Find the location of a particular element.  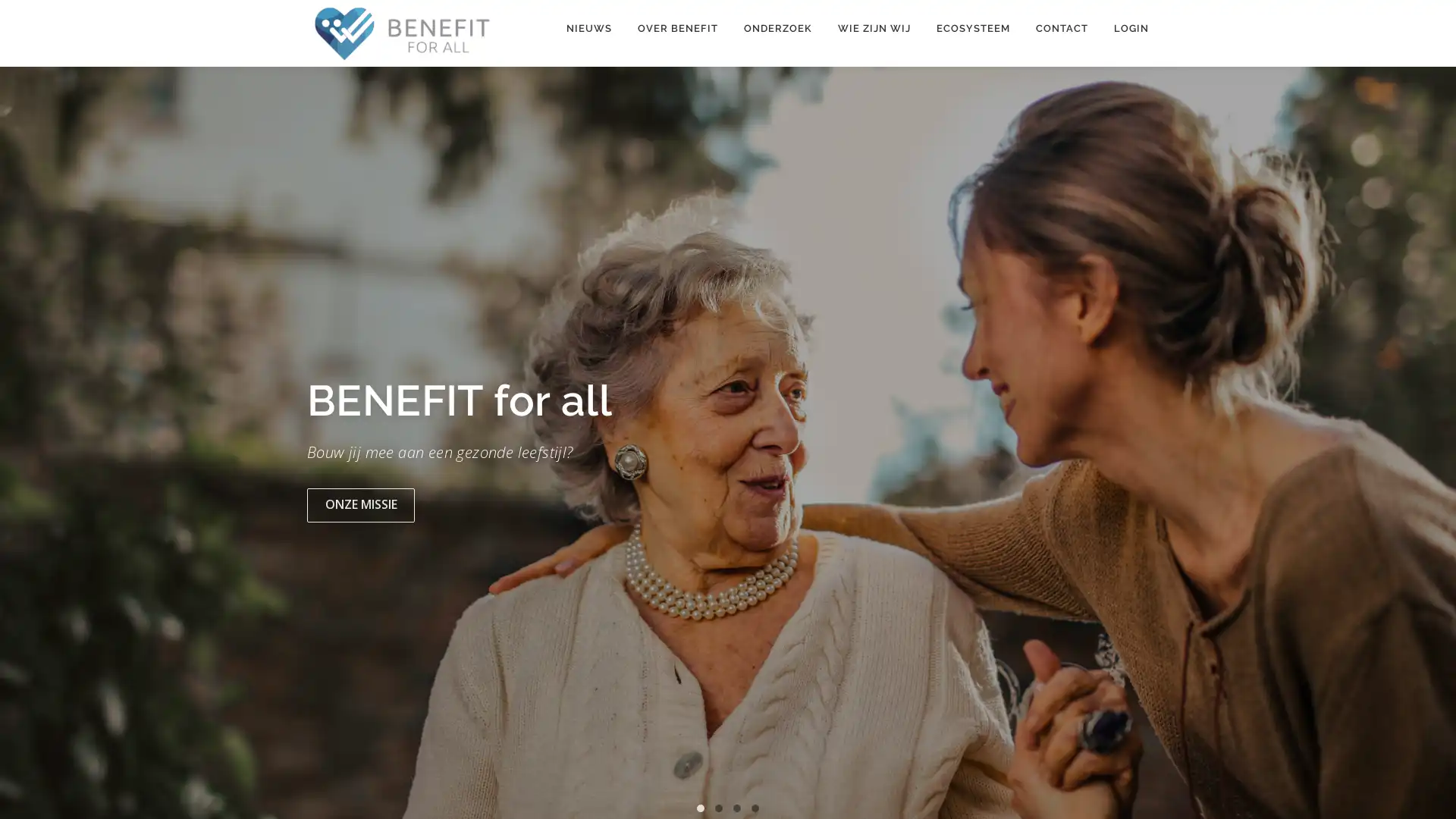

Previous is located at coordinates (28, 447).